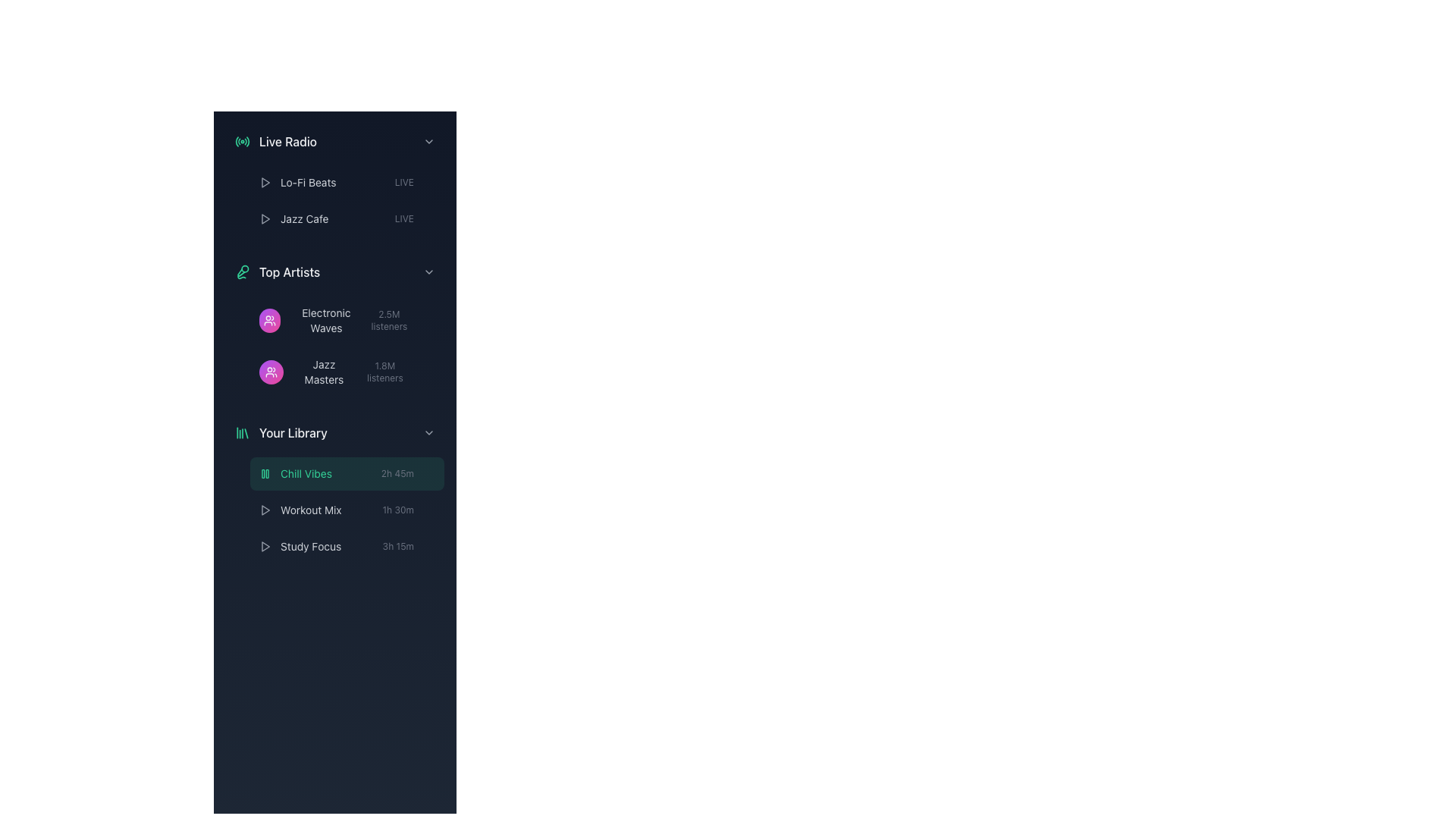 Image resolution: width=1456 pixels, height=819 pixels. I want to click on text label for the 'Lo-Fi Beats' option in the 'Live Radio' category located in the left sidebar of the interface, so click(307, 181).